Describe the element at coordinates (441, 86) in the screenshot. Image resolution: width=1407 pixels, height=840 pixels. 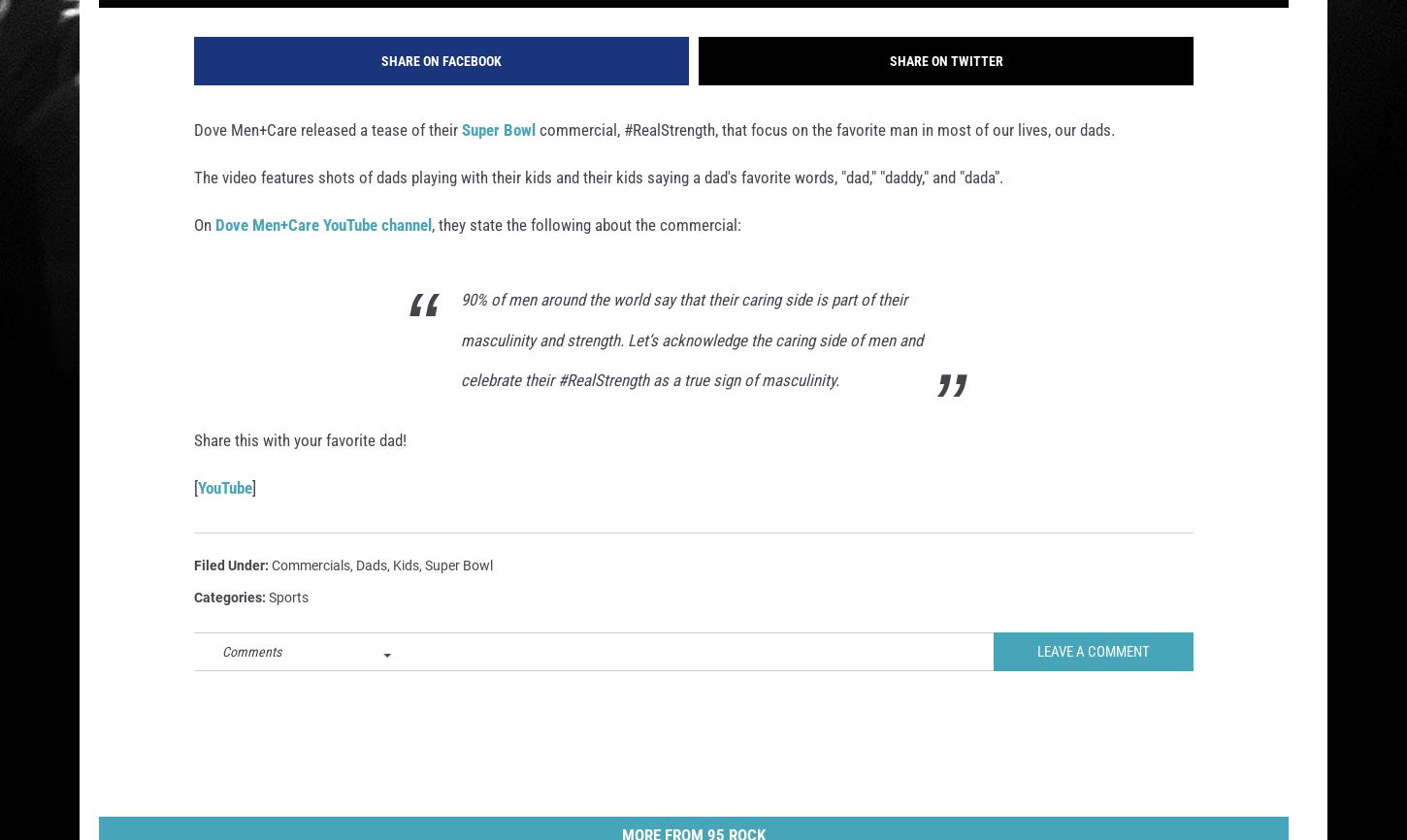
I see `'Share on Facebook'` at that location.